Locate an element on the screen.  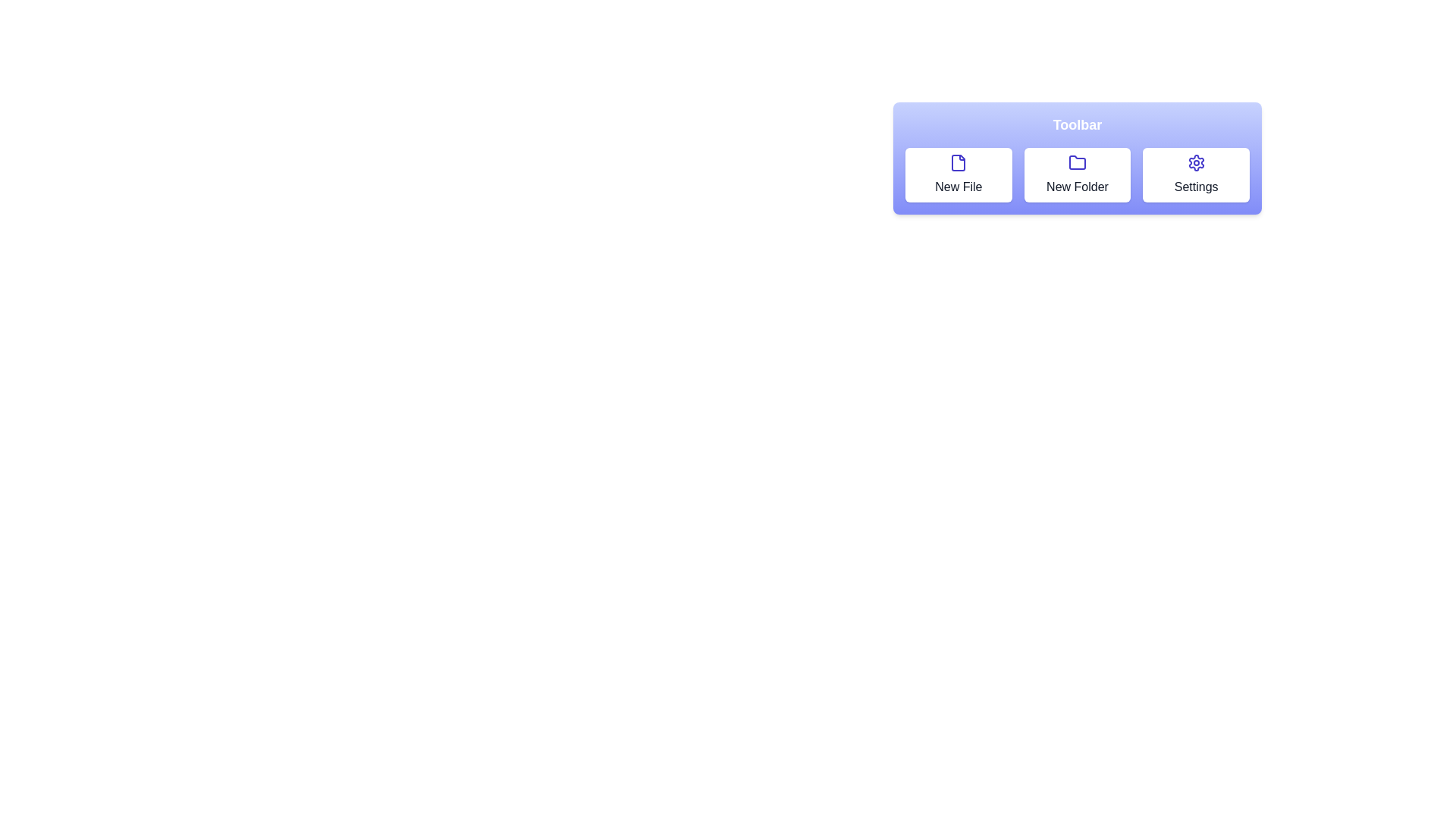
the leftmost button labeled 'New File' with a blue file icon in the toolbar is located at coordinates (957, 174).